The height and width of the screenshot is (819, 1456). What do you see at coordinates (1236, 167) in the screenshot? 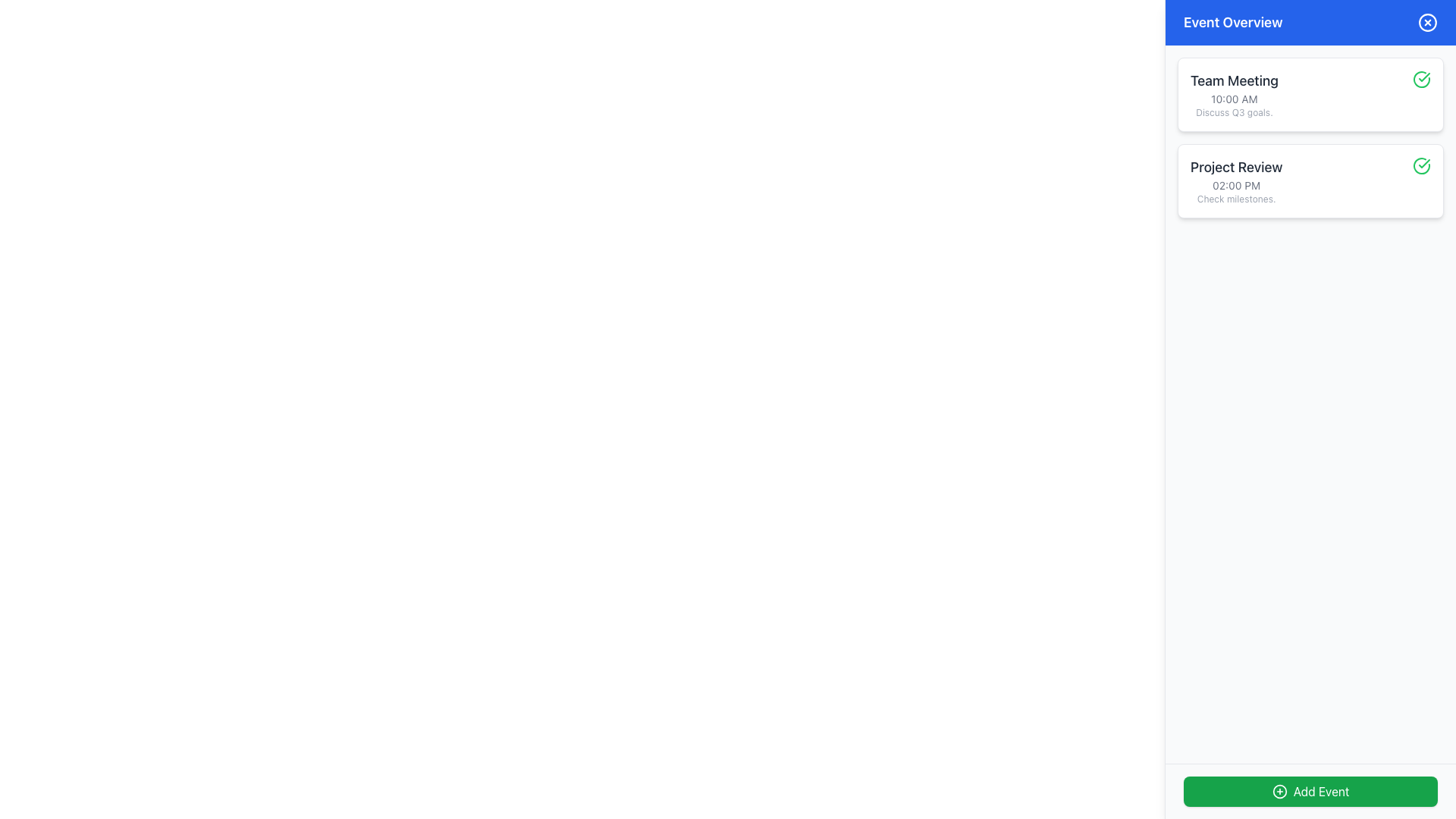
I see `the static text element that serves as the title for the scheduled event located in the second event listed under the 'Event Overview' panel` at bounding box center [1236, 167].